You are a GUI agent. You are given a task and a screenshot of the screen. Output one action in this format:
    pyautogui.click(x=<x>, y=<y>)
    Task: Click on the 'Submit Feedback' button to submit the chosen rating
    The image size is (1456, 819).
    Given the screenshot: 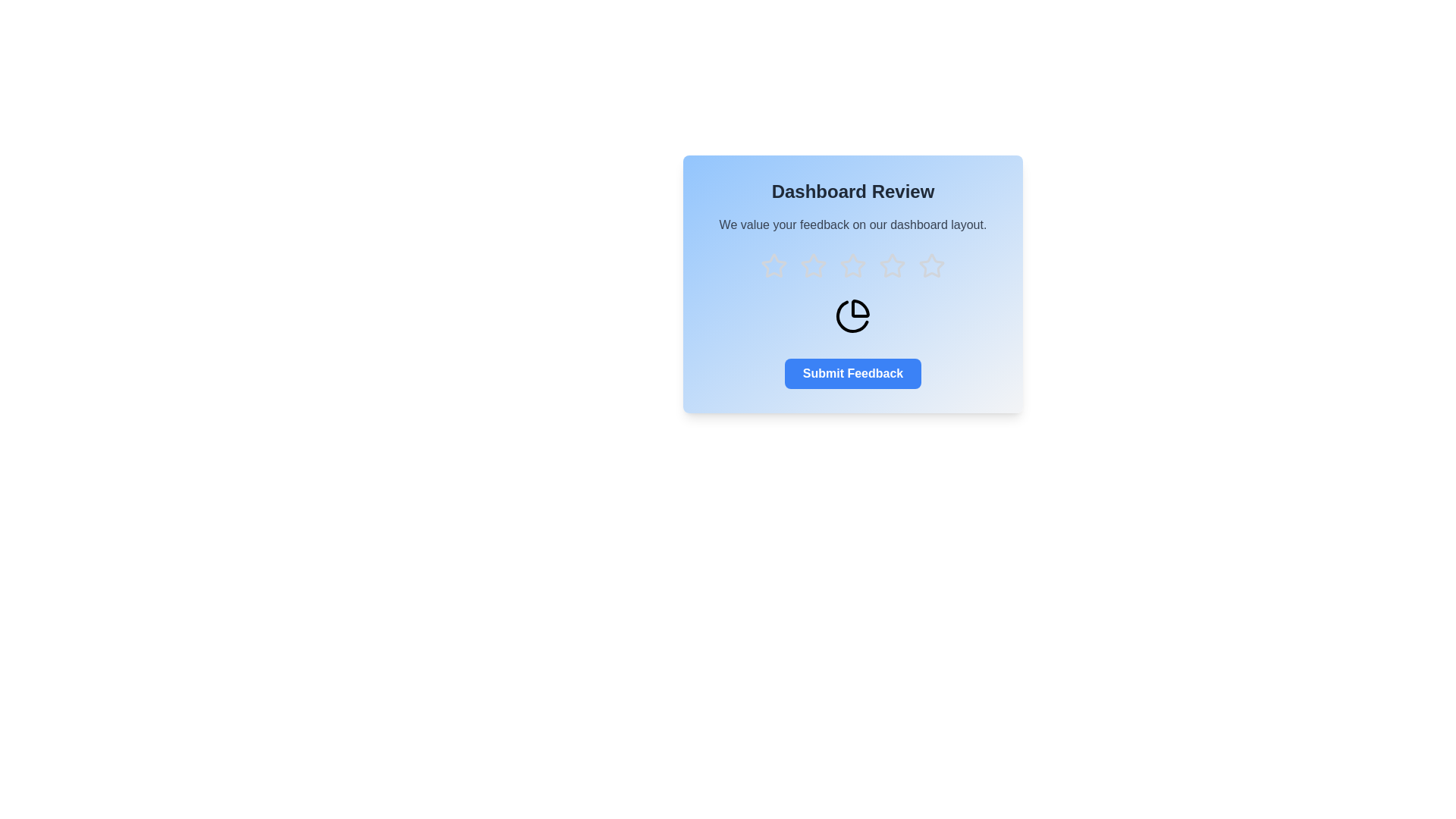 What is the action you would take?
    pyautogui.click(x=852, y=374)
    